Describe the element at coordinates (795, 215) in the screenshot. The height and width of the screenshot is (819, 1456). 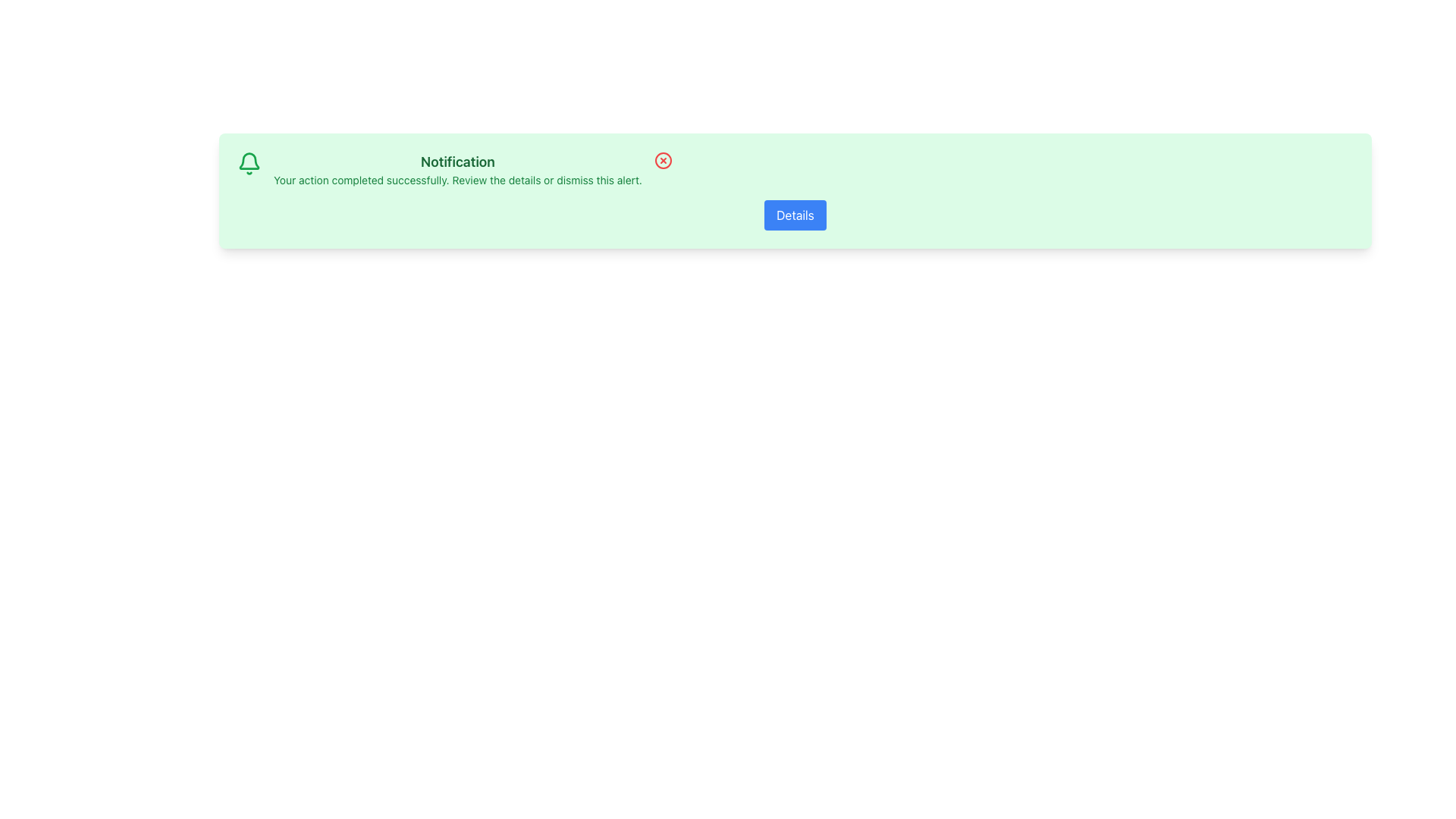
I see `the 'Details' button with a blue background and white text to observe the visual change in its appearance` at that location.